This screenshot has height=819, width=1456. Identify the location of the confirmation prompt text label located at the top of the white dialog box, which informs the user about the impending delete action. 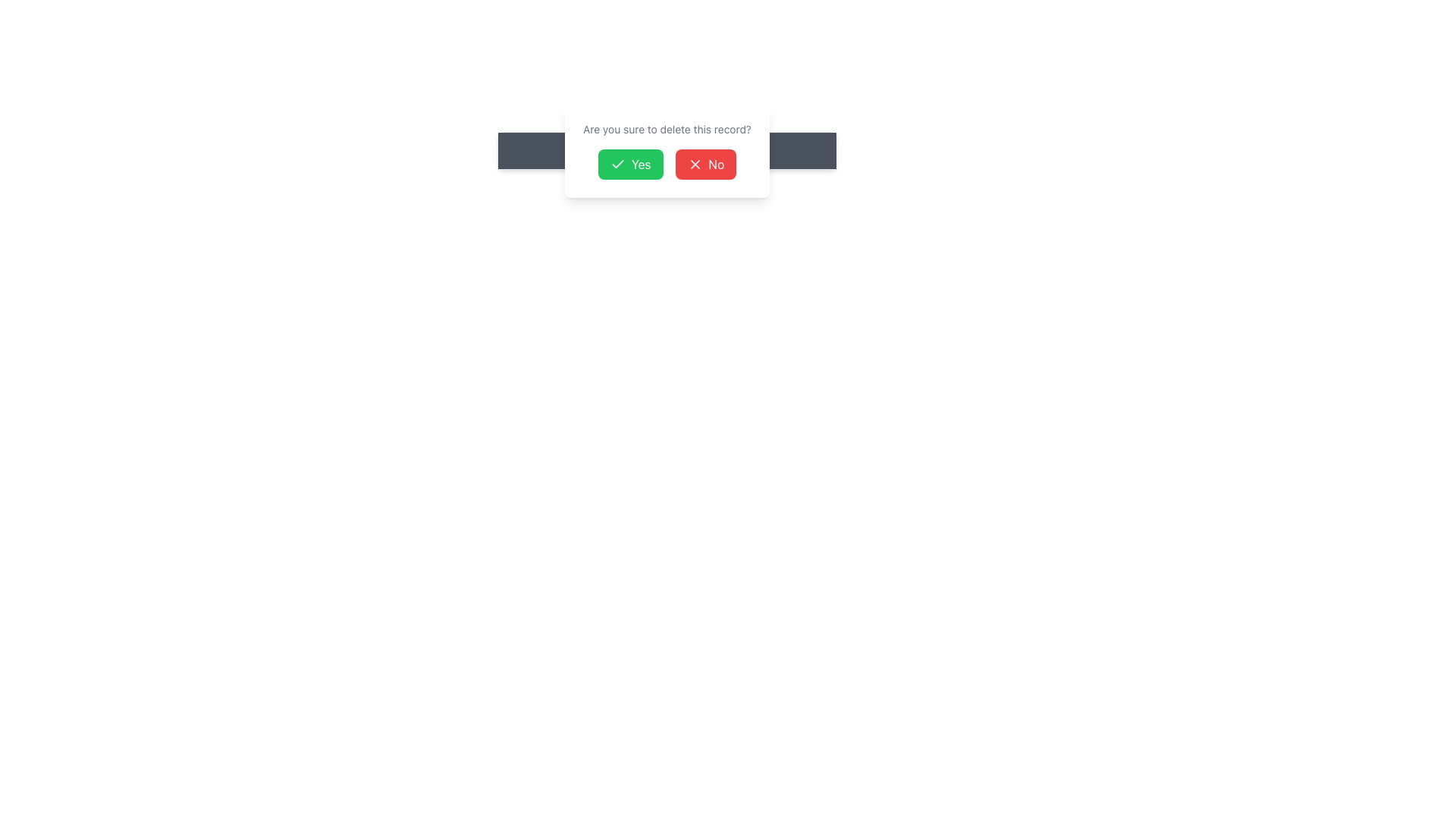
(667, 128).